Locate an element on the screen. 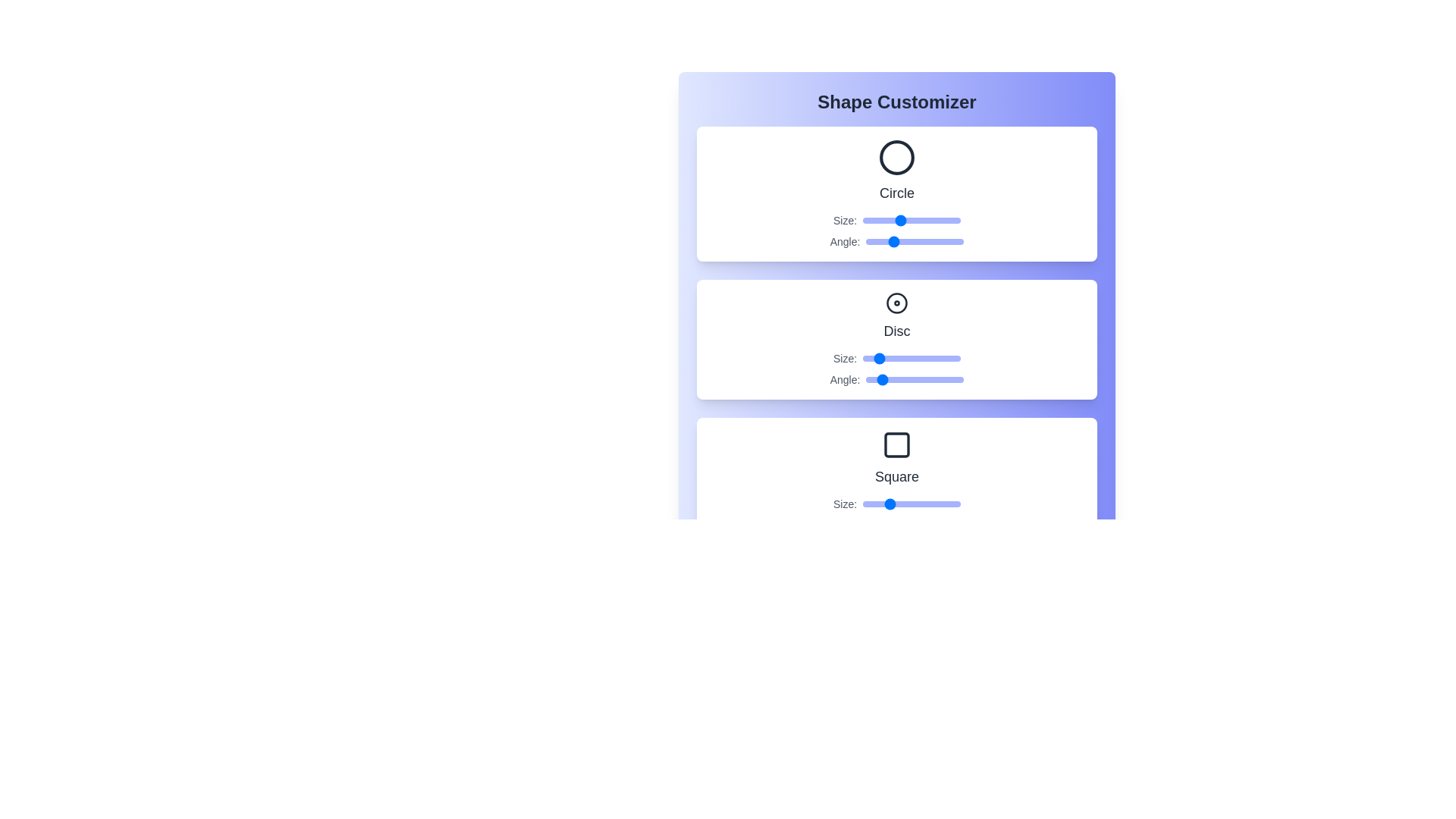  the Circle's angle slider to 210 degrees is located at coordinates (922, 241).